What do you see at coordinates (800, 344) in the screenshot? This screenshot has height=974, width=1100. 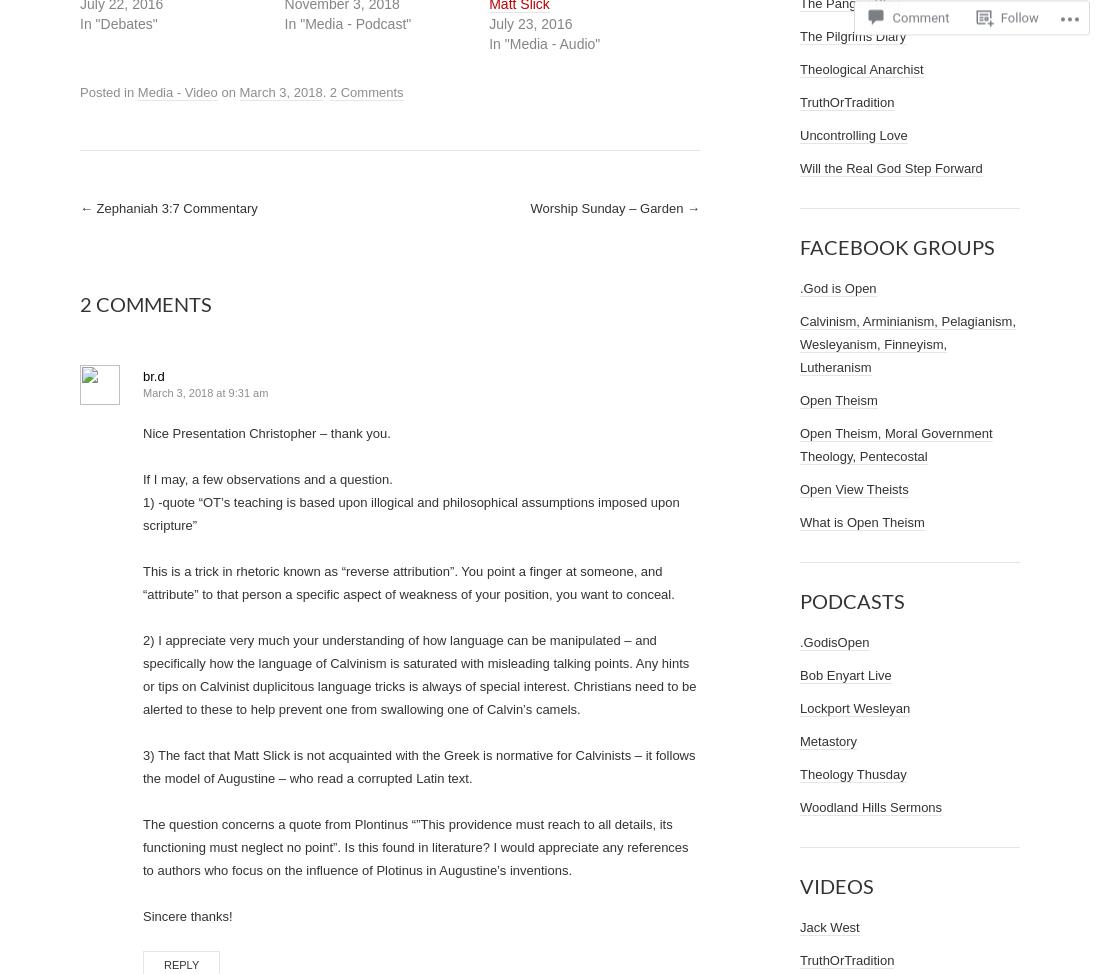 I see `'Calvinism, Arminianism, Pelagianism, Wesleyanism, Finneyism, Lutheranism'` at bounding box center [800, 344].